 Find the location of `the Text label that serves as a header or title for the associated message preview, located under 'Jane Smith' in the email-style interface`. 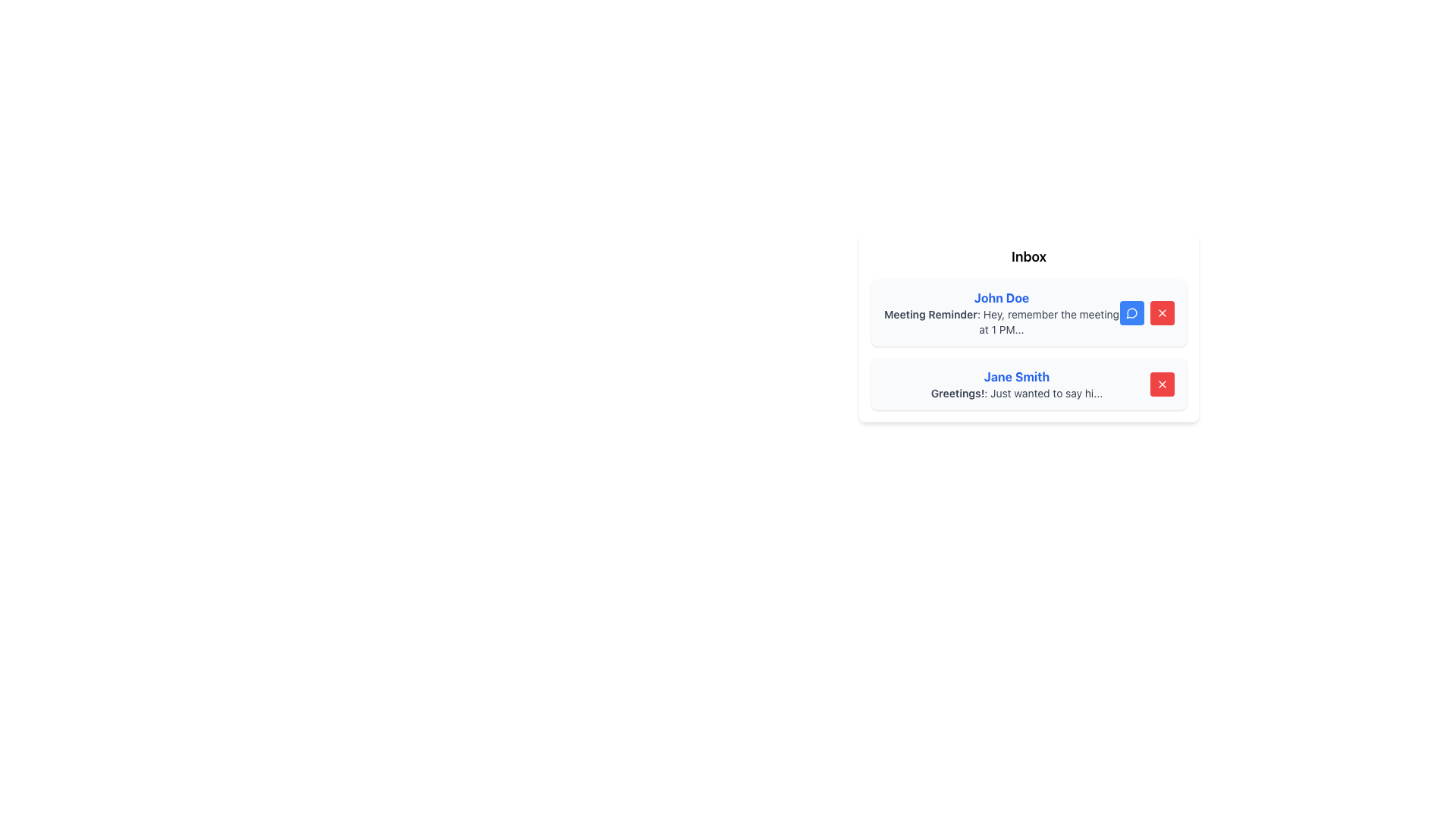

the Text label that serves as a header or title for the associated message preview, located under 'Jane Smith' in the email-style interface is located at coordinates (956, 392).